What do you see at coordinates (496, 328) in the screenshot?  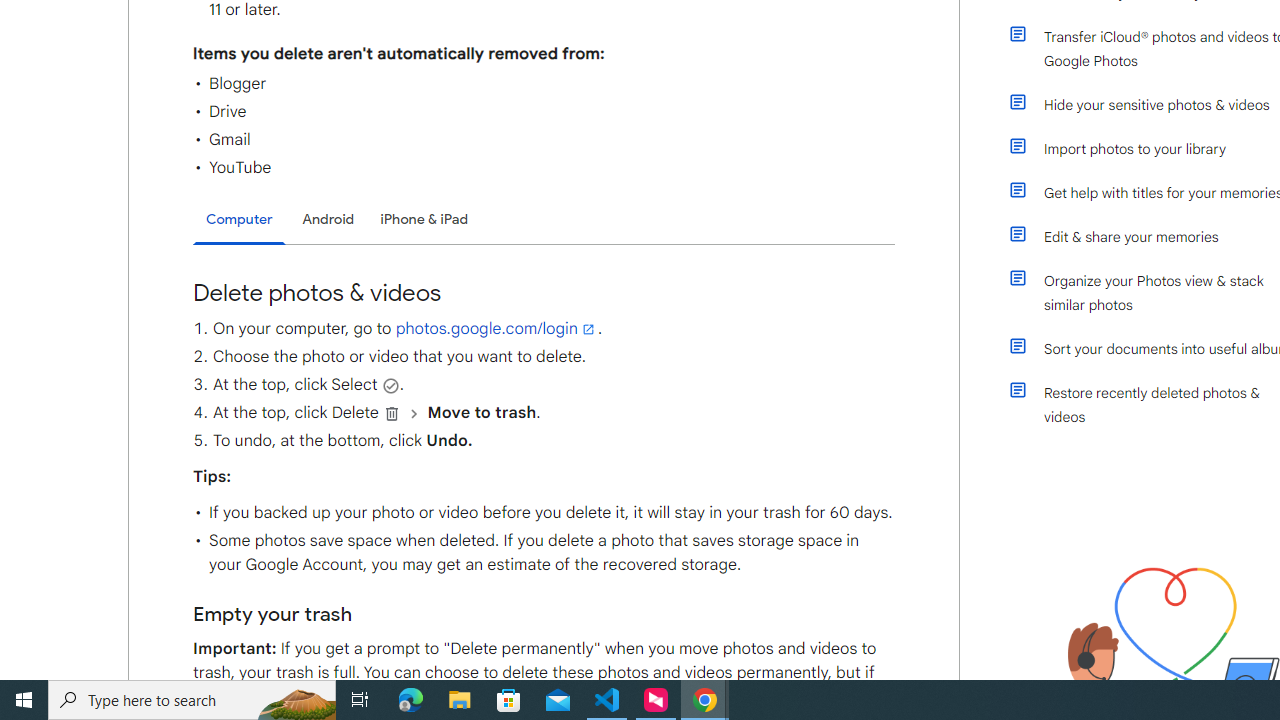 I see `'photos.google.com/login'` at bounding box center [496, 328].